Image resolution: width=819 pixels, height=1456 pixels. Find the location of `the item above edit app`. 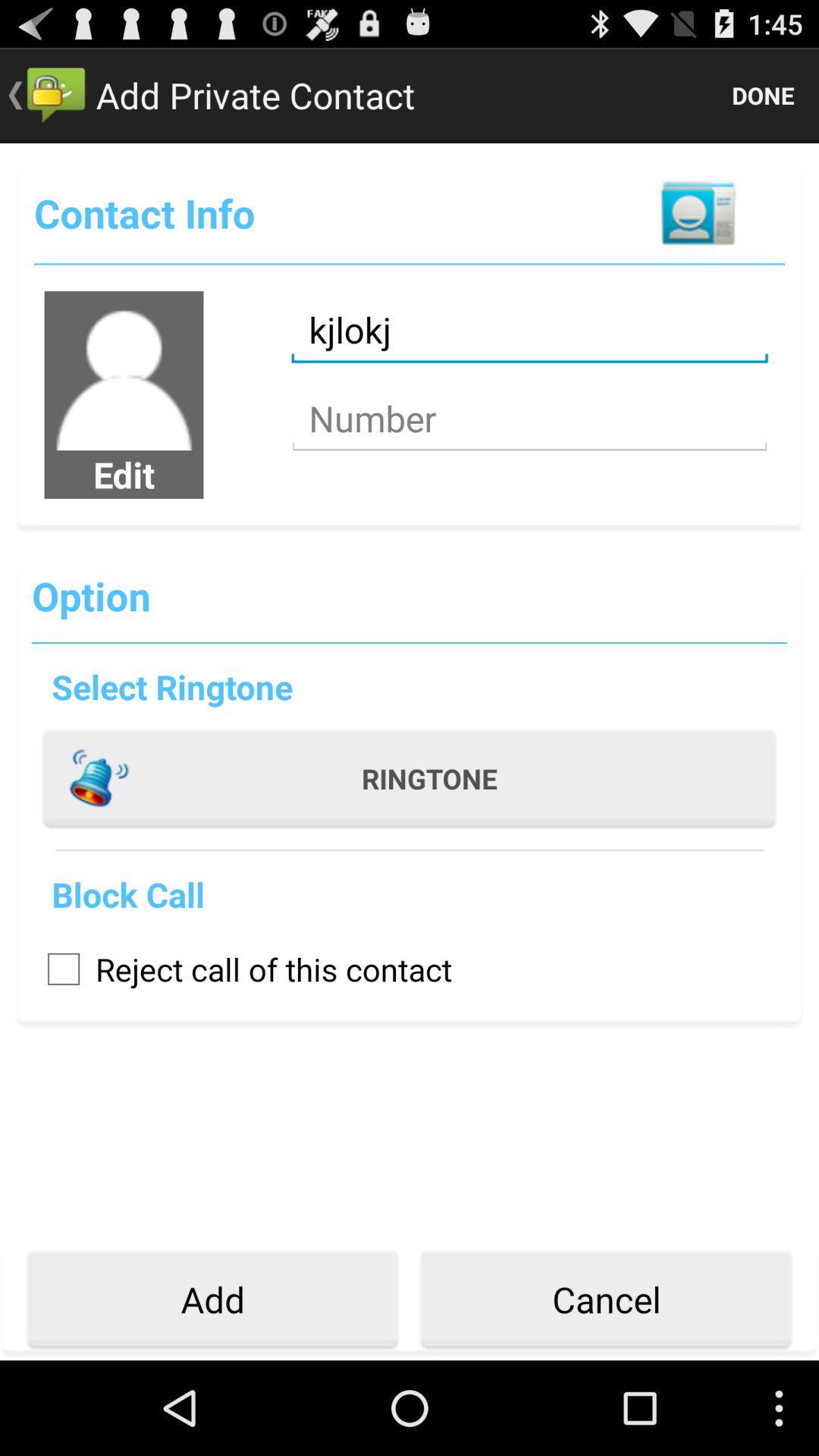

the item above edit app is located at coordinates (123, 371).